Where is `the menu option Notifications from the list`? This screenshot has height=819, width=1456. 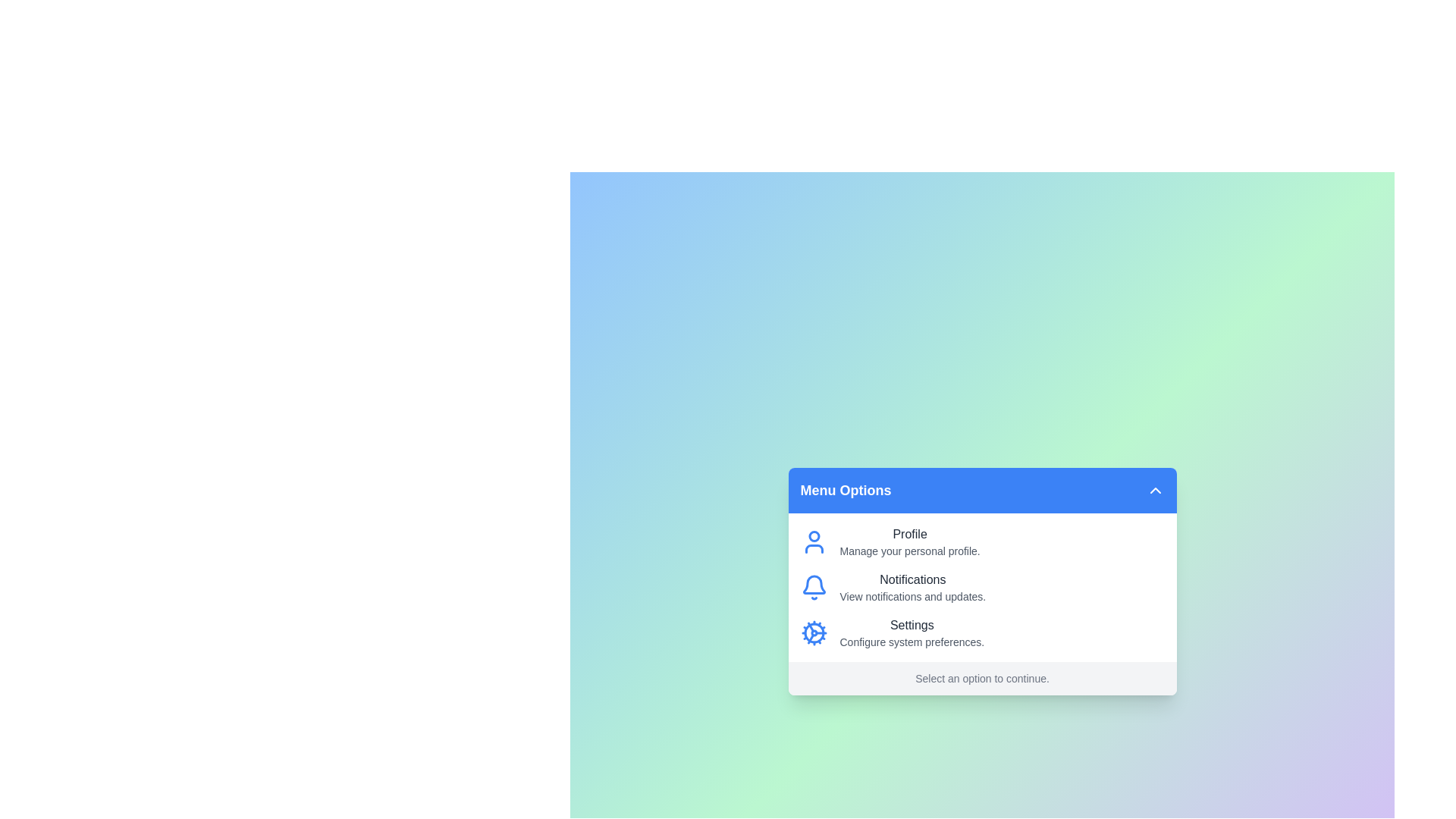
the menu option Notifications from the list is located at coordinates (912, 587).